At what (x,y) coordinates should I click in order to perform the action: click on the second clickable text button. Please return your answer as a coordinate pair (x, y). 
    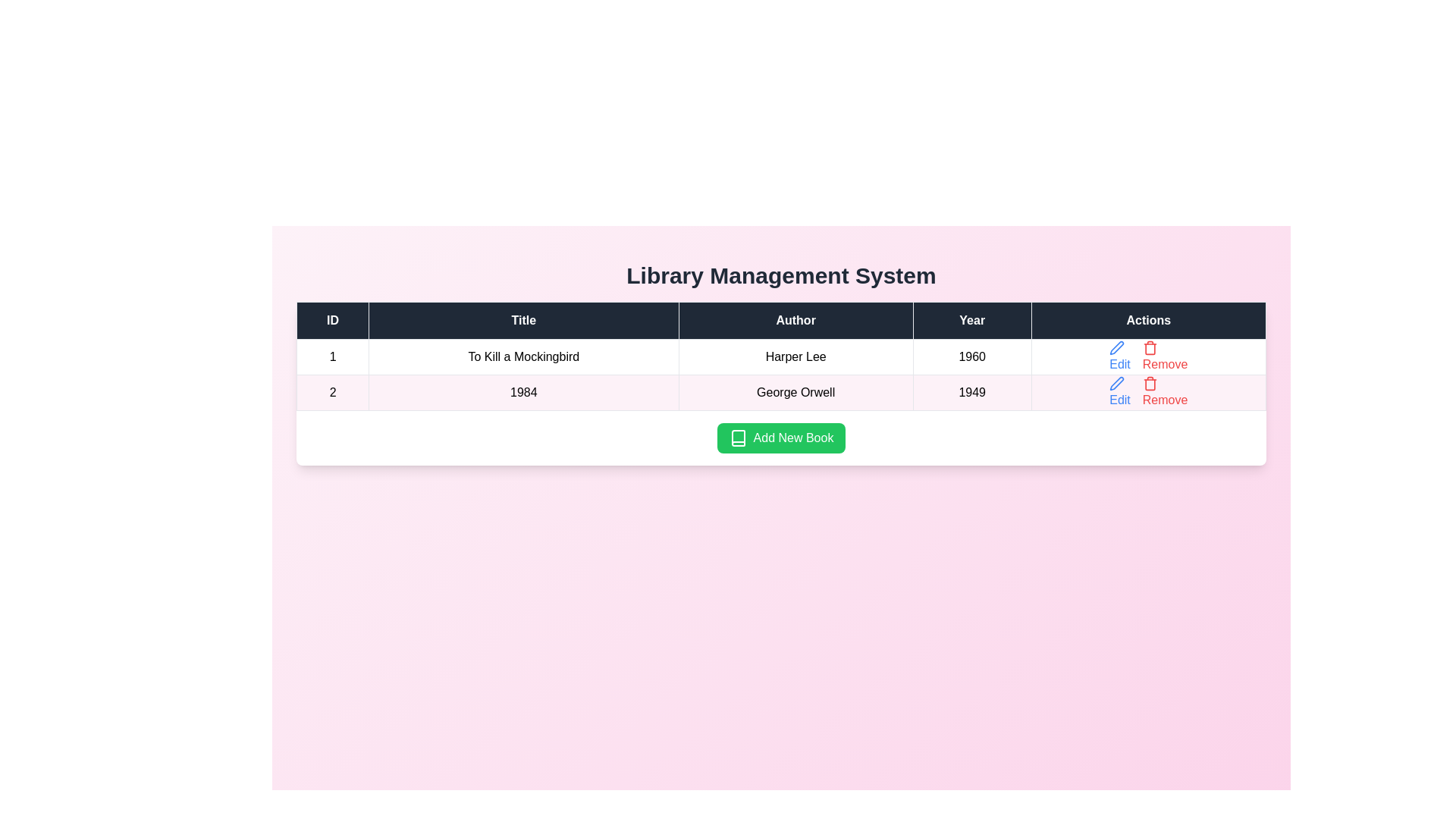
    Looking at the image, I should click on (1164, 391).